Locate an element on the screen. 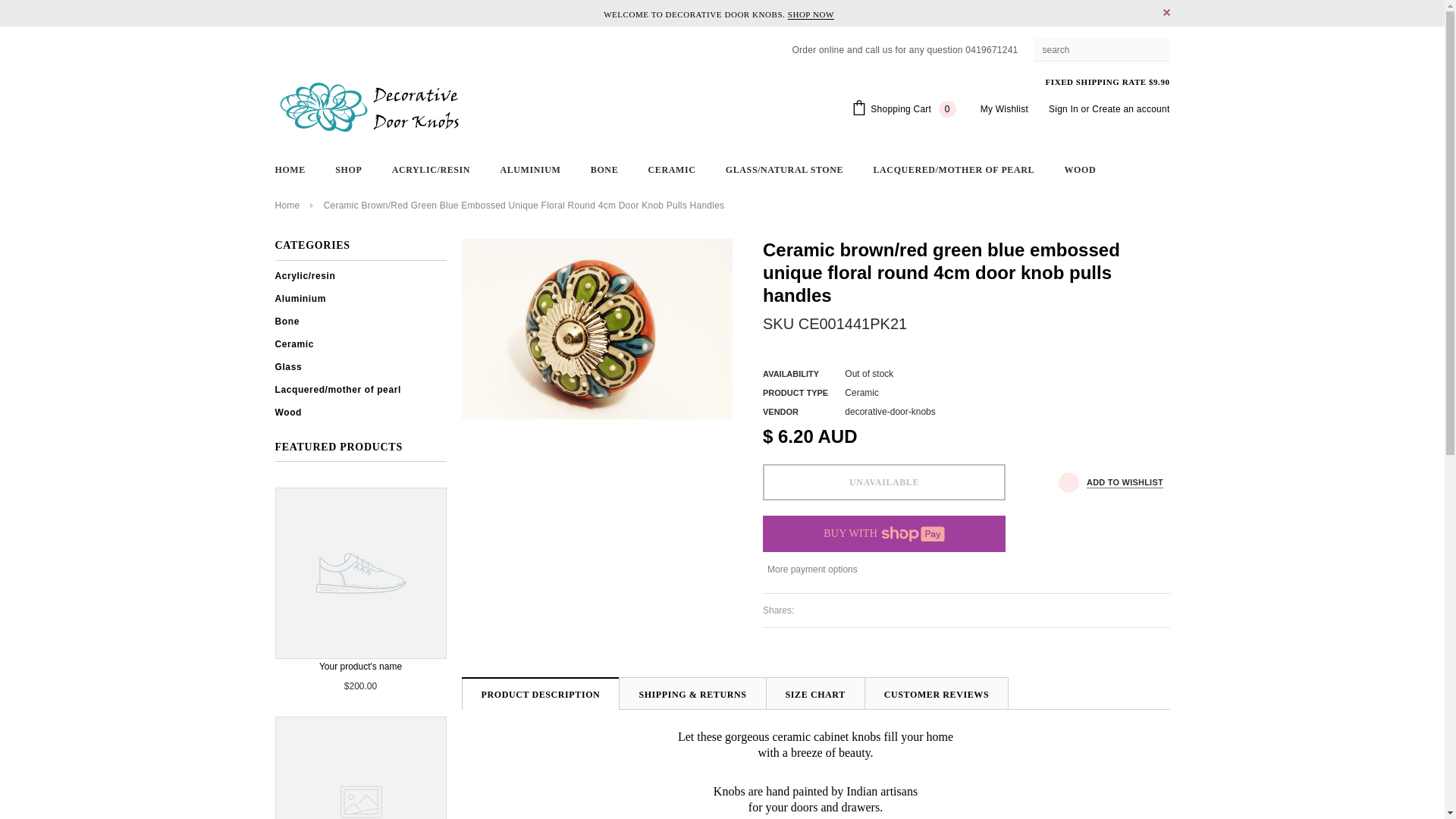  'Unavailable' is located at coordinates (884, 482).